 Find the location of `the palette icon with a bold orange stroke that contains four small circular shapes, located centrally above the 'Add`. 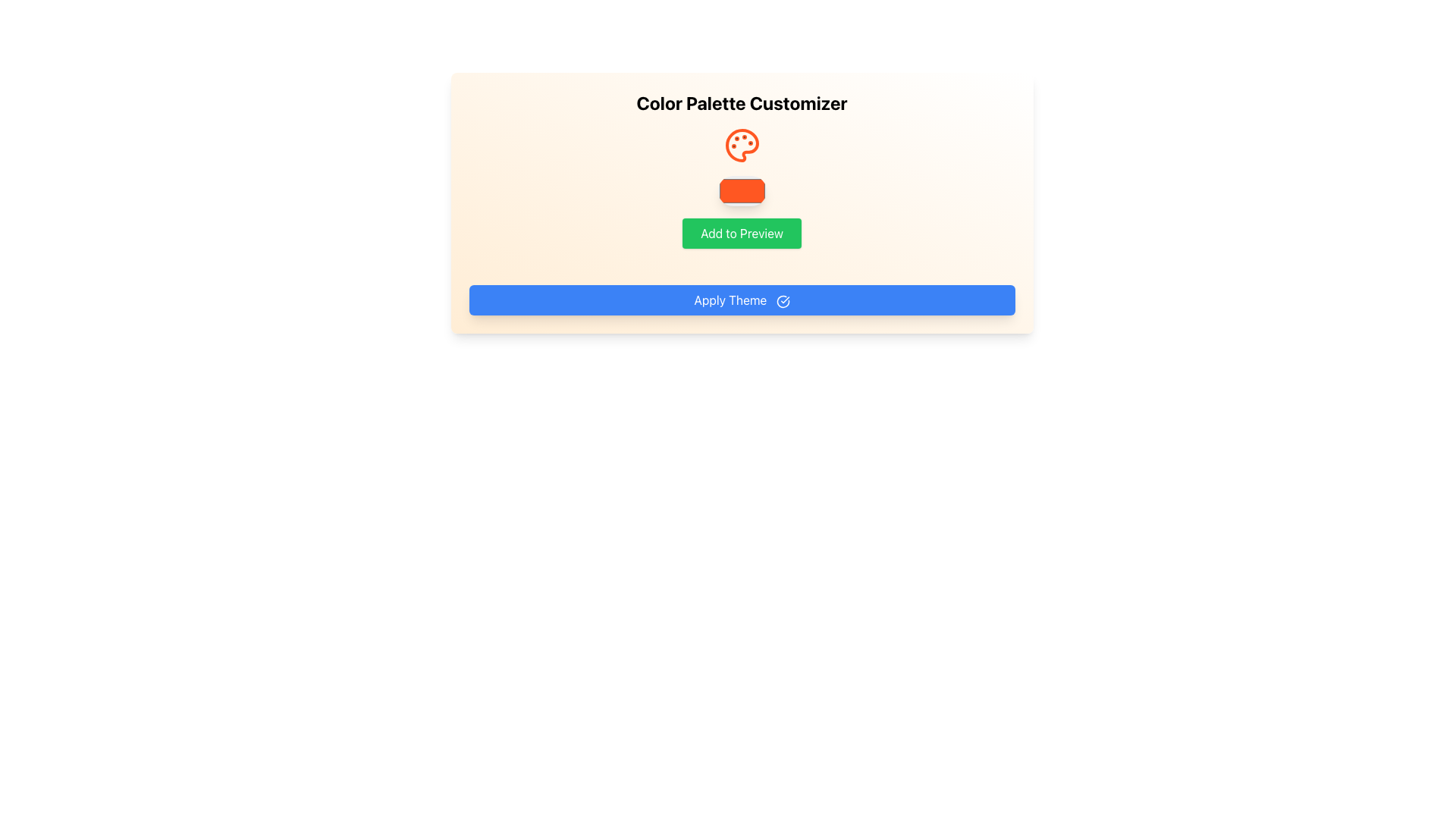

the palette icon with a bold orange stroke that contains four small circular shapes, located centrally above the 'Add is located at coordinates (742, 146).